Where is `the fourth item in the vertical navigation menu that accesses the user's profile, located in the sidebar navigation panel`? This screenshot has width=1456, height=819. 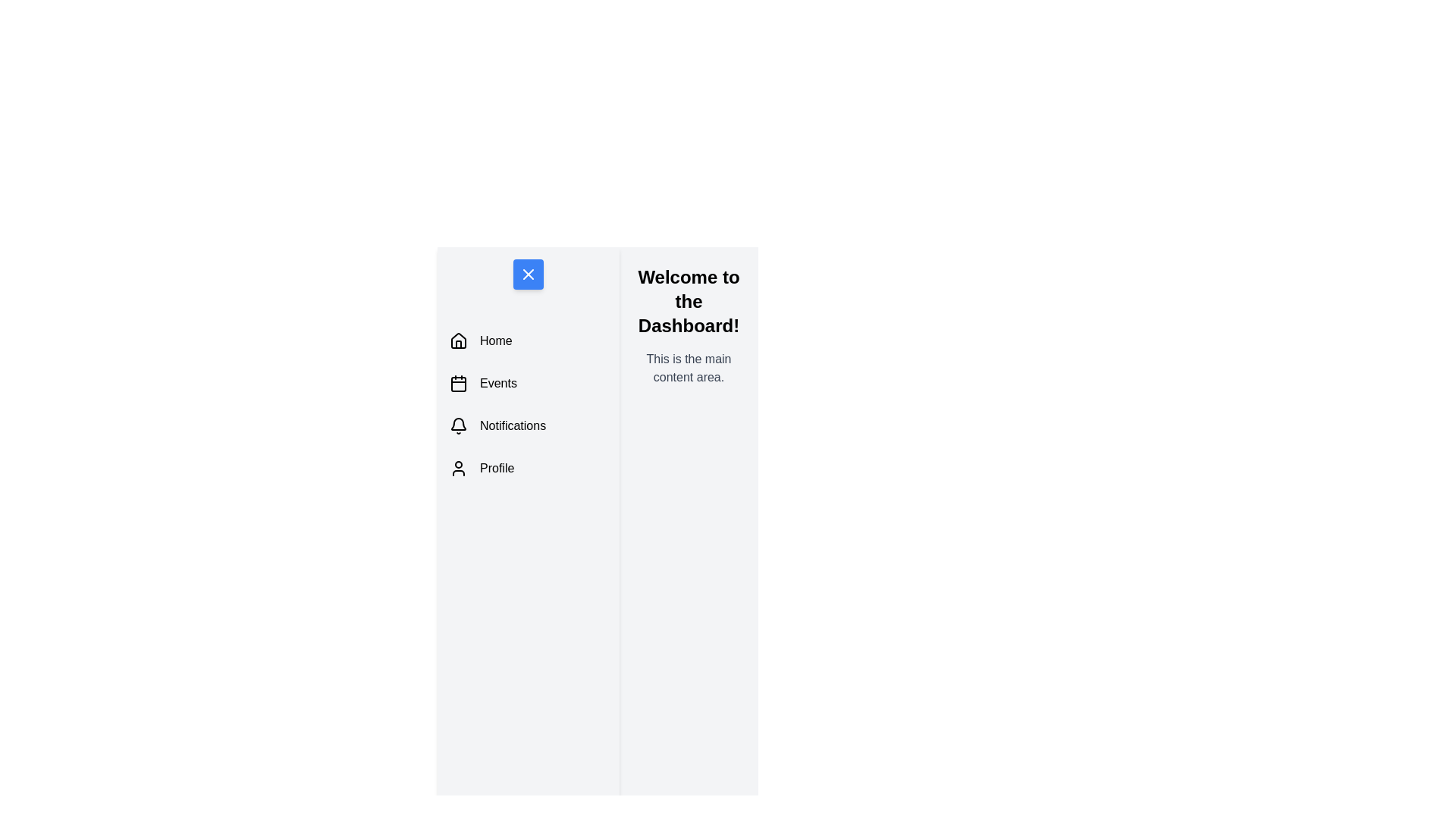 the fourth item in the vertical navigation menu that accesses the user's profile, located in the sidebar navigation panel is located at coordinates (528, 467).